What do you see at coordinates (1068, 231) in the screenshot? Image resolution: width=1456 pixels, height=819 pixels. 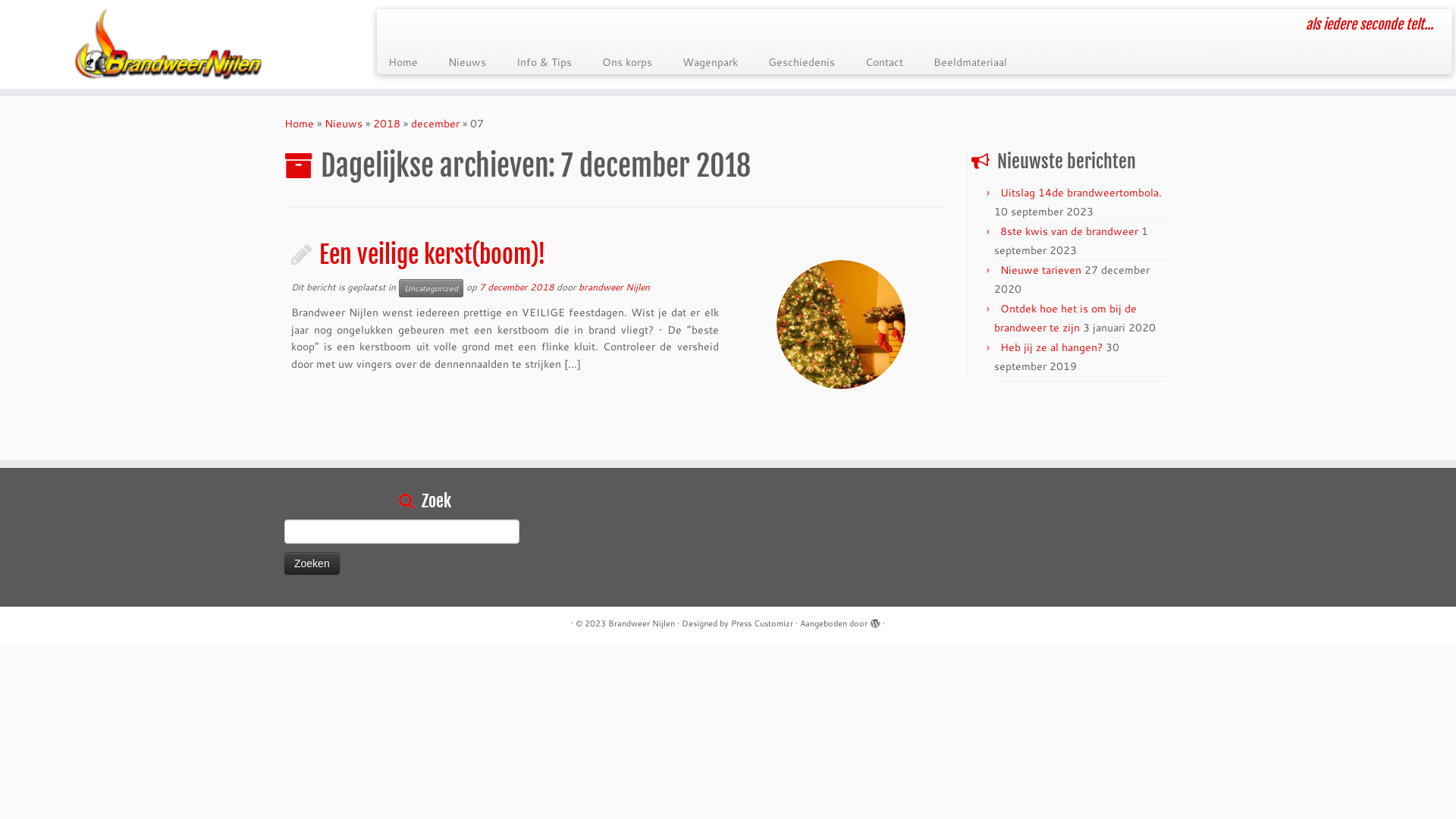 I see `'8ste kwis van de brandweer'` at bounding box center [1068, 231].